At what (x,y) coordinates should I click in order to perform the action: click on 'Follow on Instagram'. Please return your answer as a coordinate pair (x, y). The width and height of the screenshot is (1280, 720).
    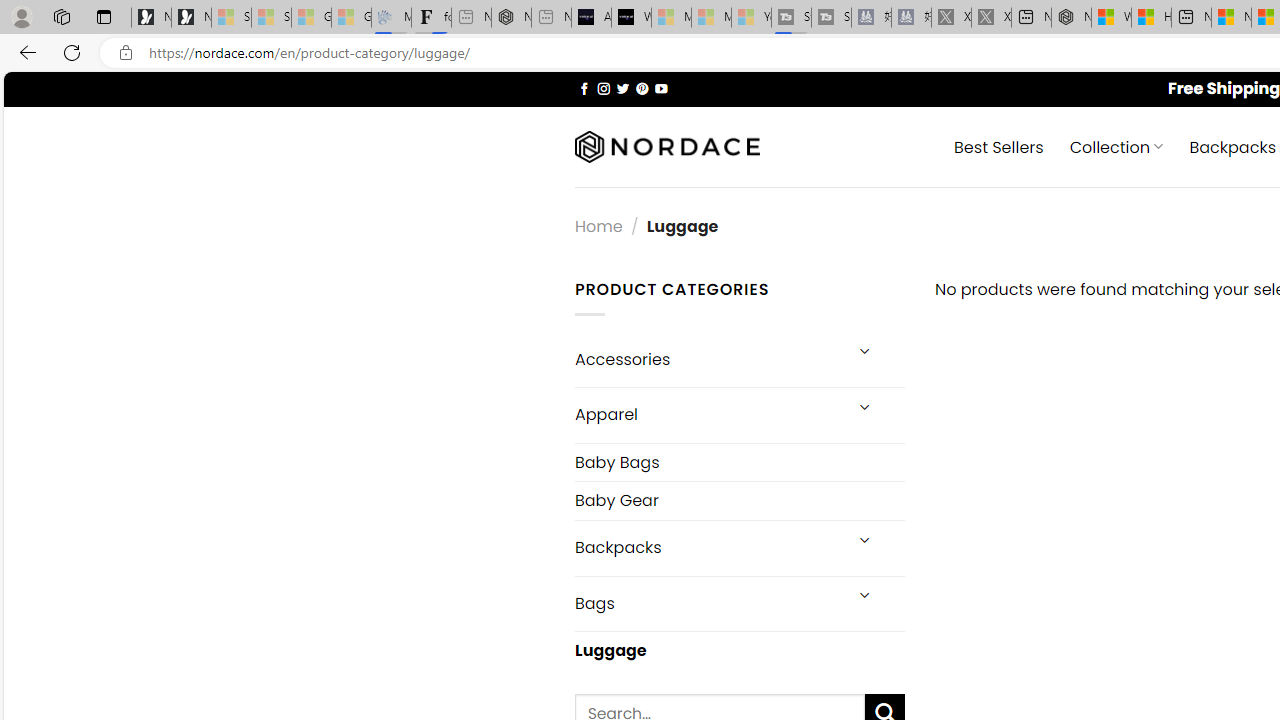
    Looking at the image, I should click on (602, 87).